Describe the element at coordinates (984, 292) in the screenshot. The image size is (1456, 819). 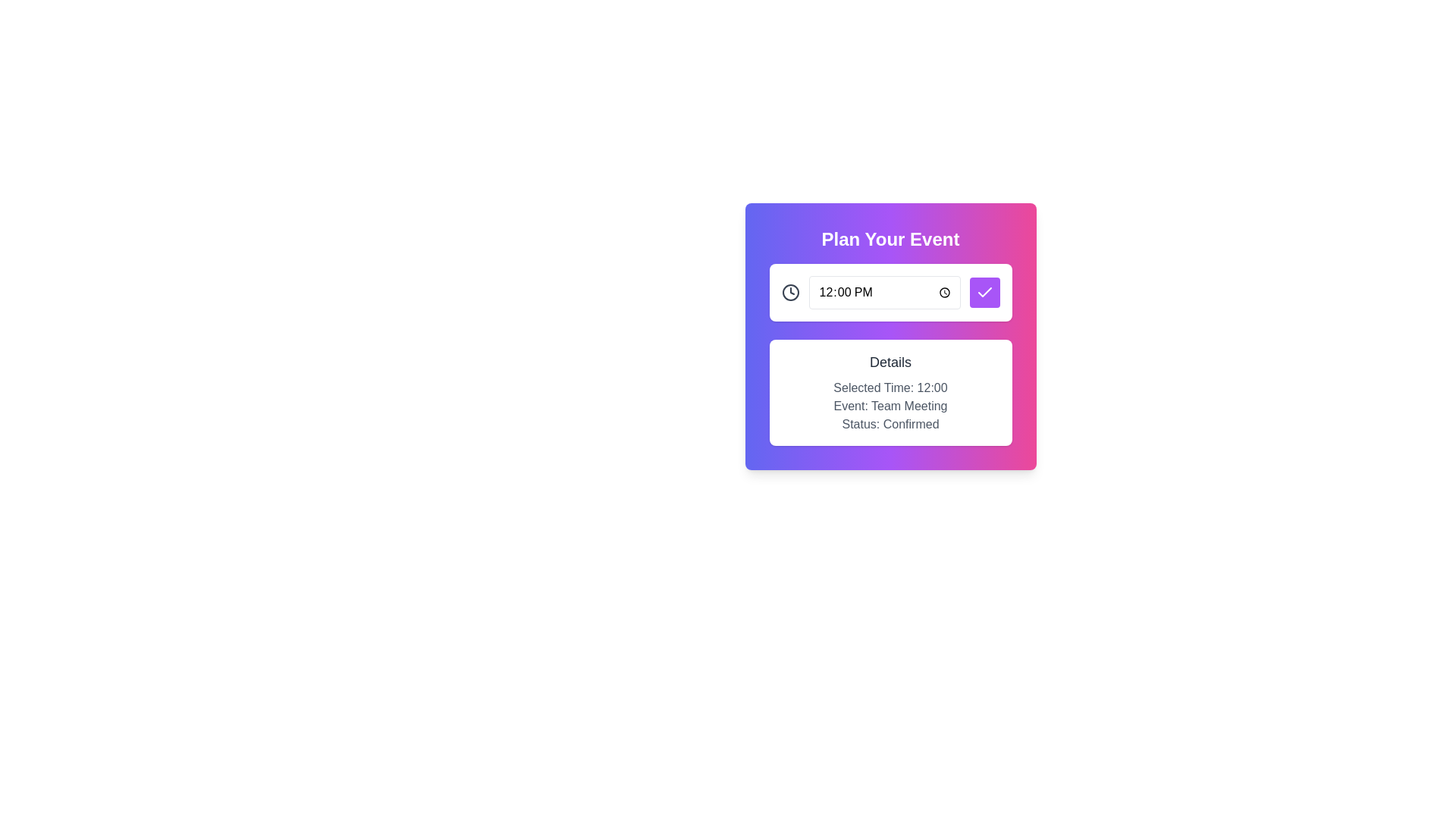
I see `the purple button with a white checkmark icon to observe any interactive effects` at that location.